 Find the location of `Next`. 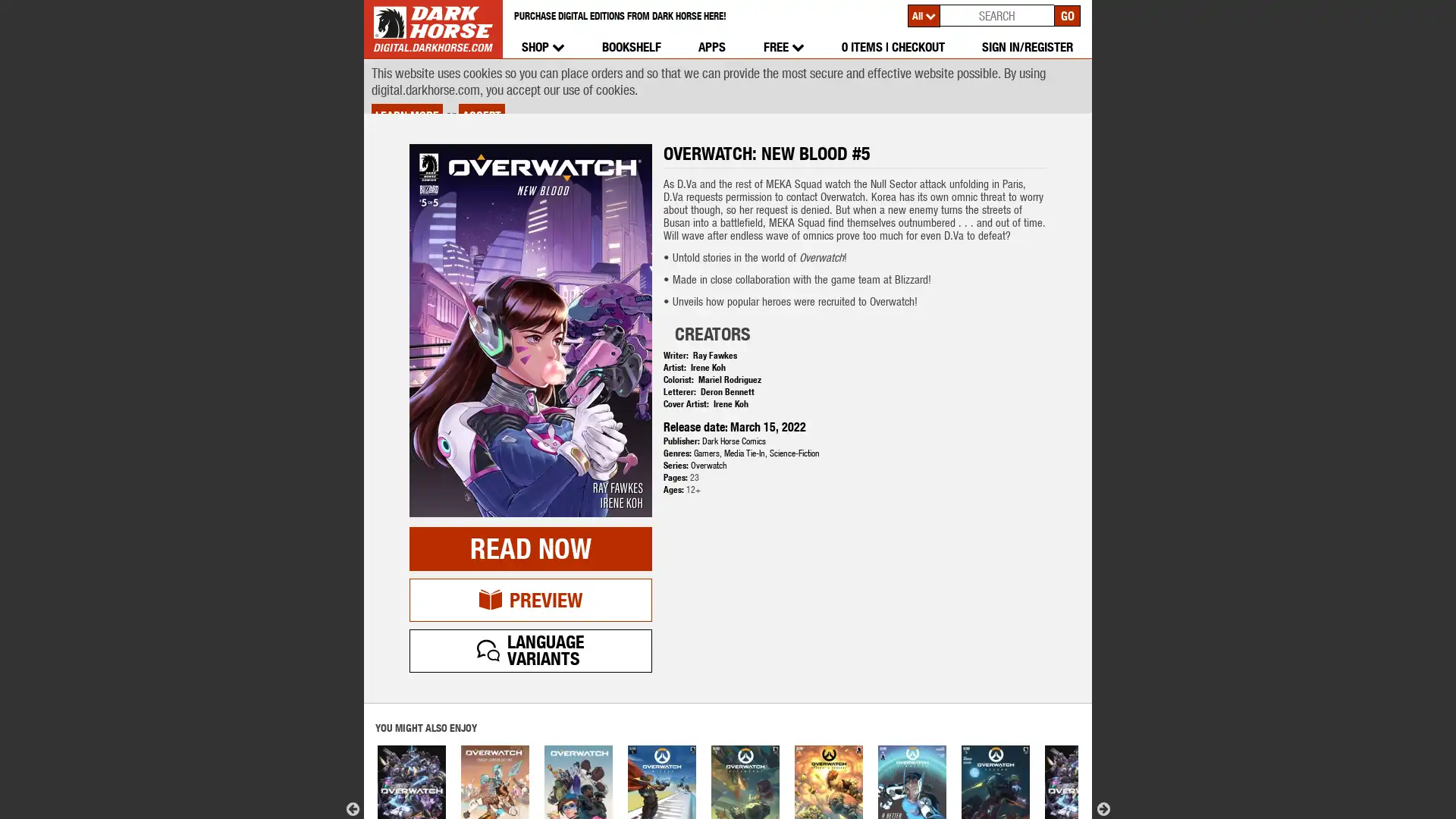

Next is located at coordinates (1103, 755).